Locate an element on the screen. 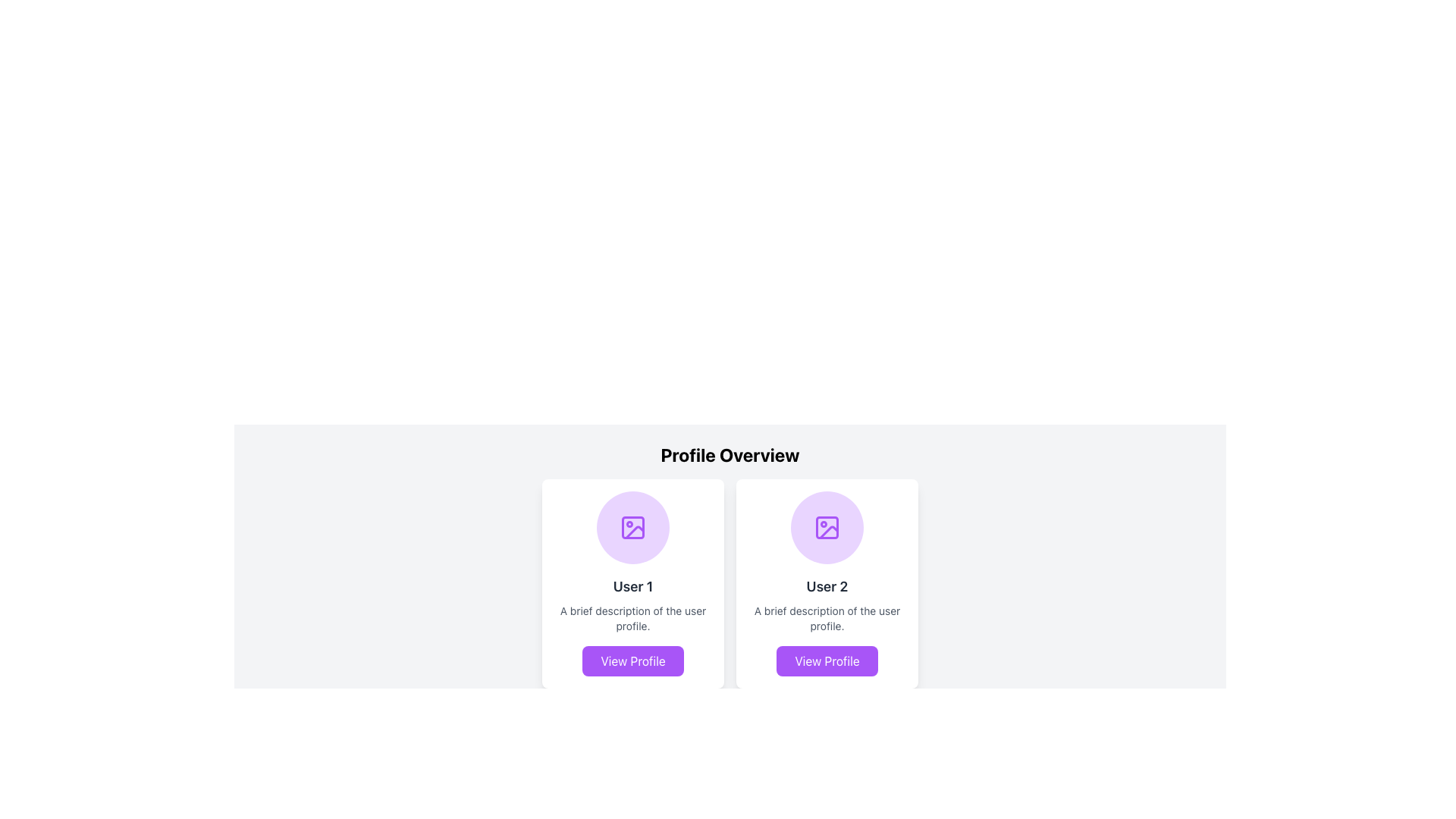 The image size is (1456, 819). the button at the bottom of the card component representing 'User 2' is located at coordinates (826, 660).